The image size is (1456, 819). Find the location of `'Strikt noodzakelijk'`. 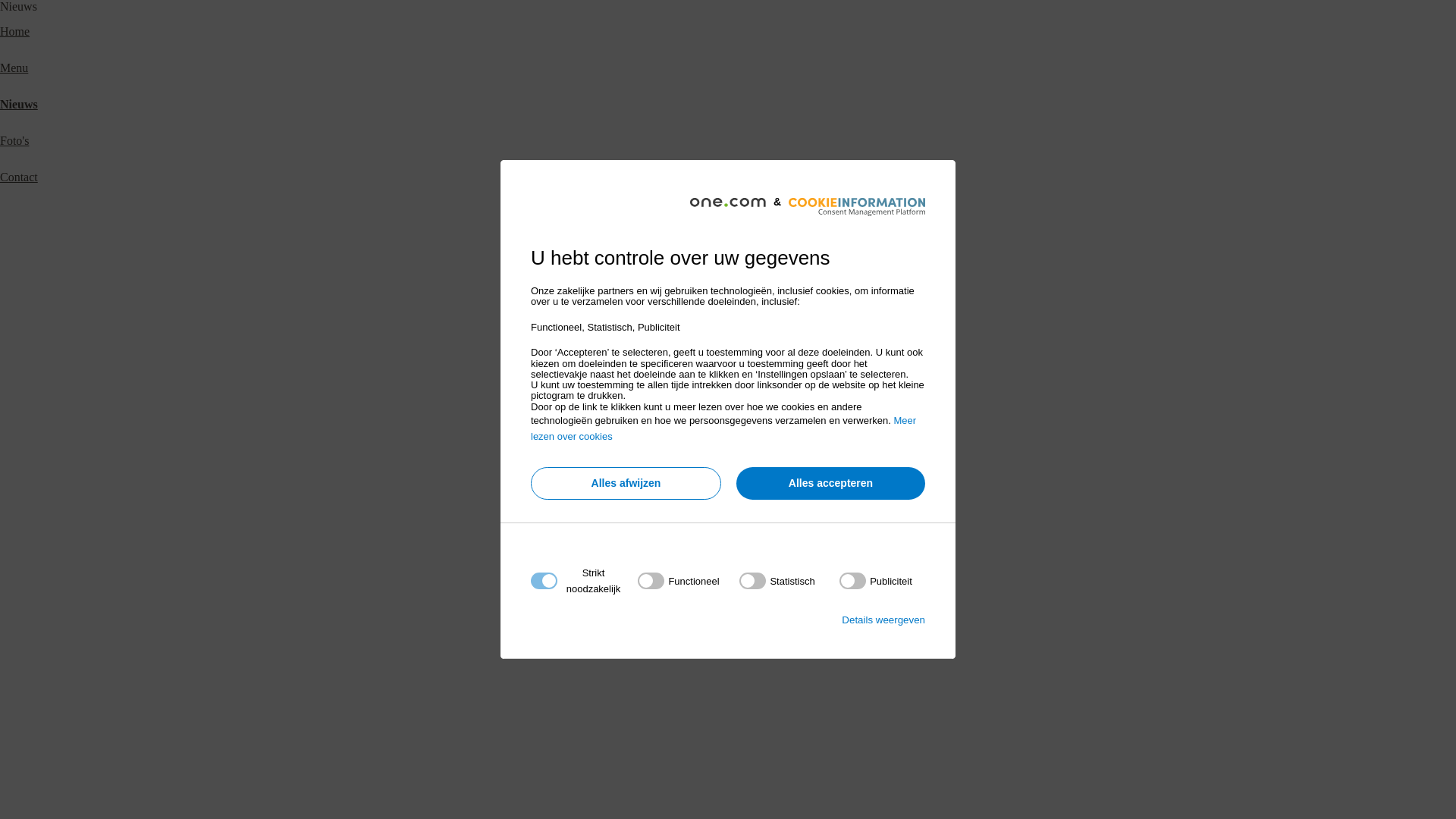

'Strikt noodzakelijk' is located at coordinates (723, 673).